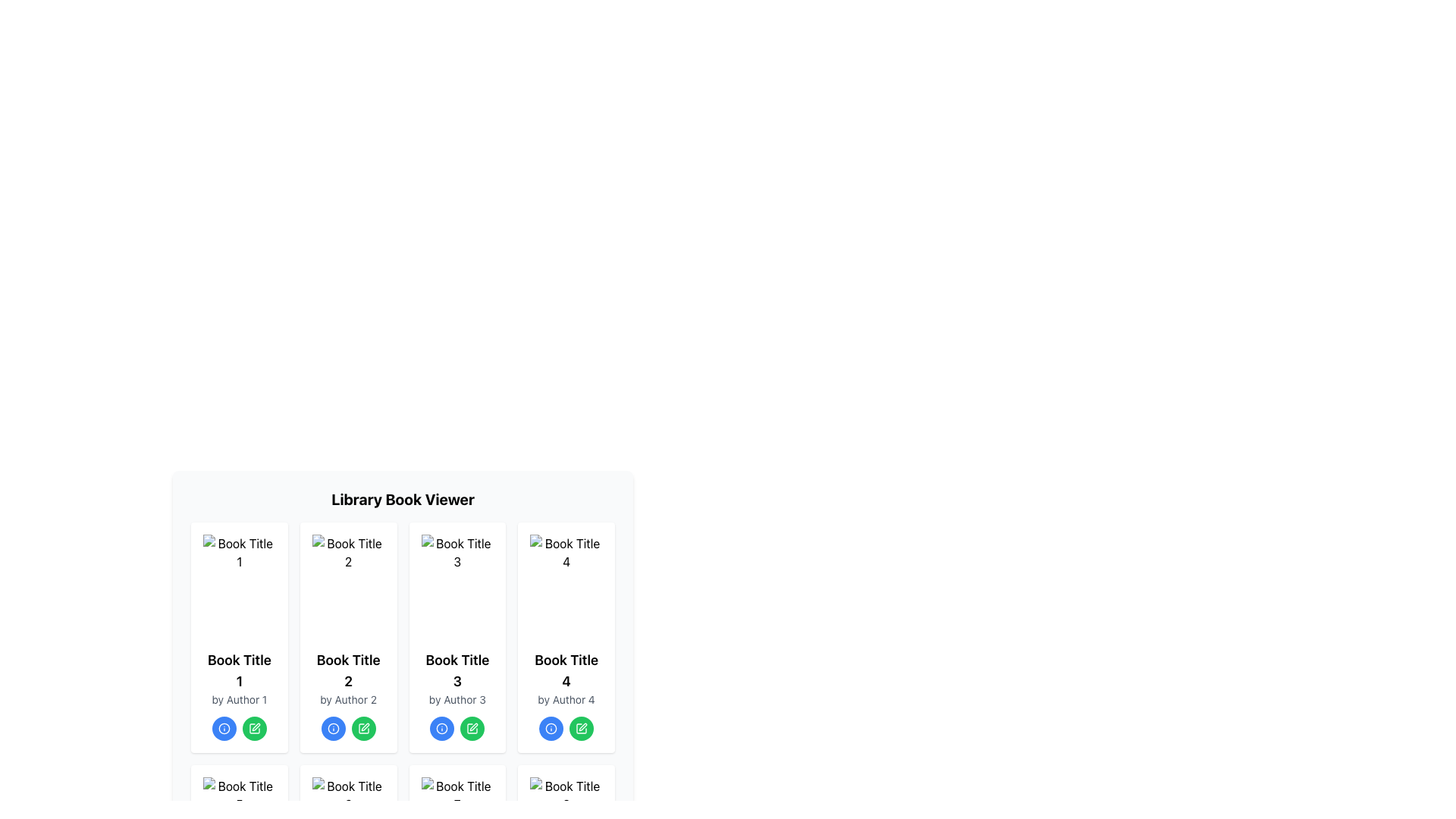  What do you see at coordinates (362, 727) in the screenshot?
I see `the green circular button containing the SVG graphic icon of a pen inside a square` at bounding box center [362, 727].